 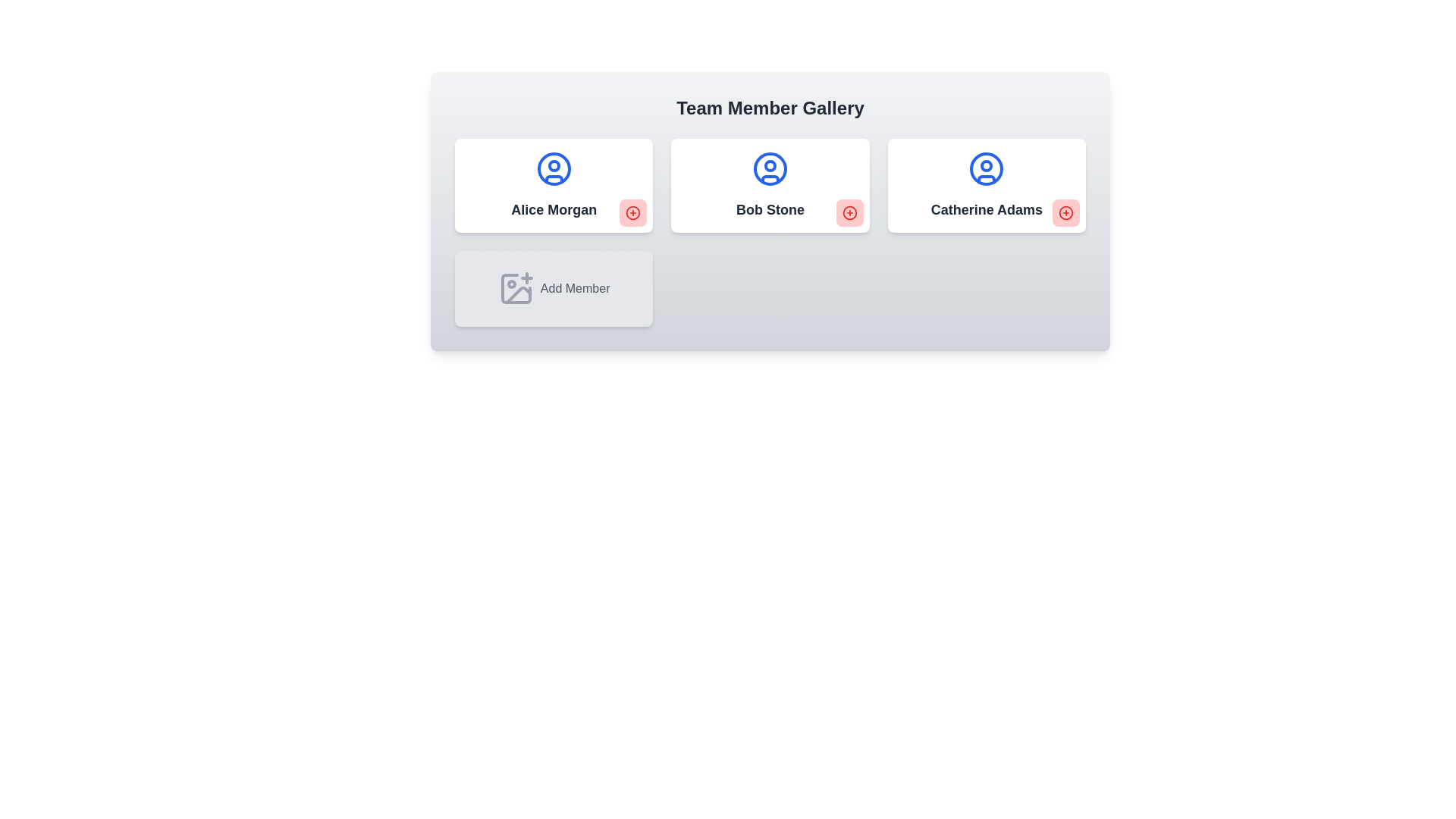 I want to click on the text label displaying 'Team Member Gallery', which is bold and centered at the top of the section, just above the member cards and 'Add Member' button, so click(x=770, y=107).